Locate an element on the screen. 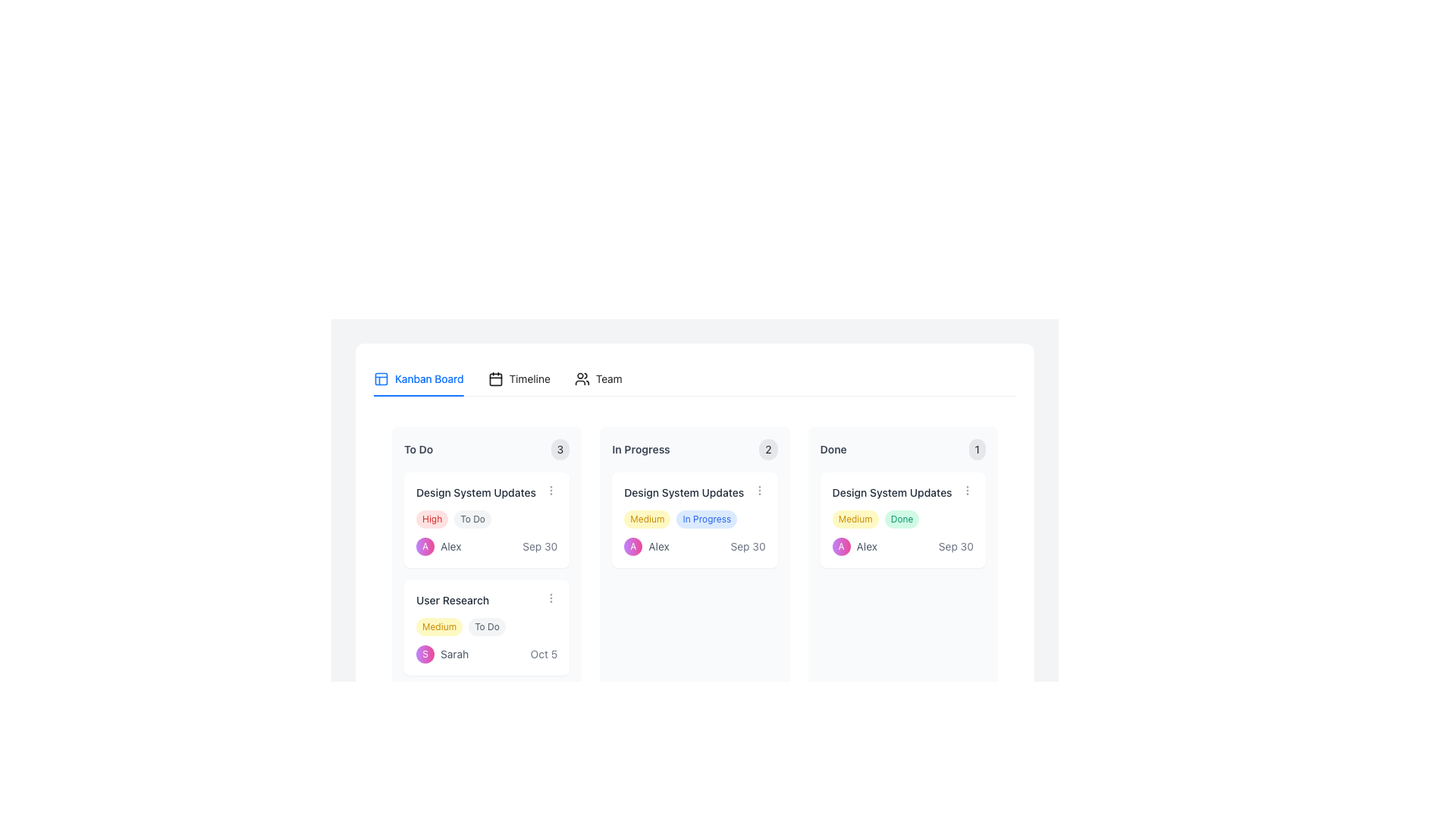 This screenshot has width=1456, height=819. the 'Timeline' tab, which is the second tab in the horizontal list, styled with a calendar icon and the text 'Timeline' is located at coordinates (519, 378).